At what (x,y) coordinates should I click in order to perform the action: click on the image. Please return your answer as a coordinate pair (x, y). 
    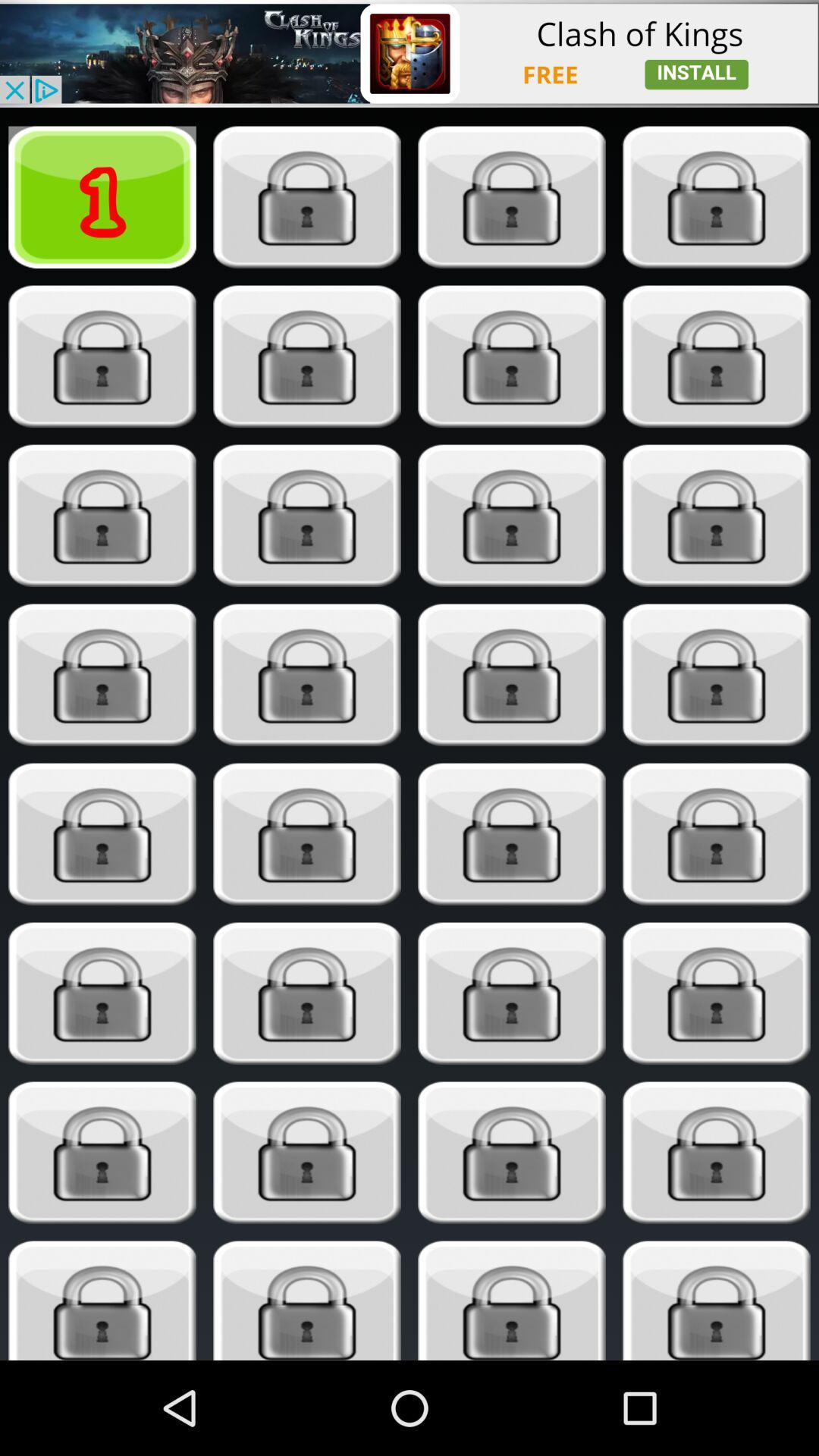
    Looking at the image, I should click on (717, 833).